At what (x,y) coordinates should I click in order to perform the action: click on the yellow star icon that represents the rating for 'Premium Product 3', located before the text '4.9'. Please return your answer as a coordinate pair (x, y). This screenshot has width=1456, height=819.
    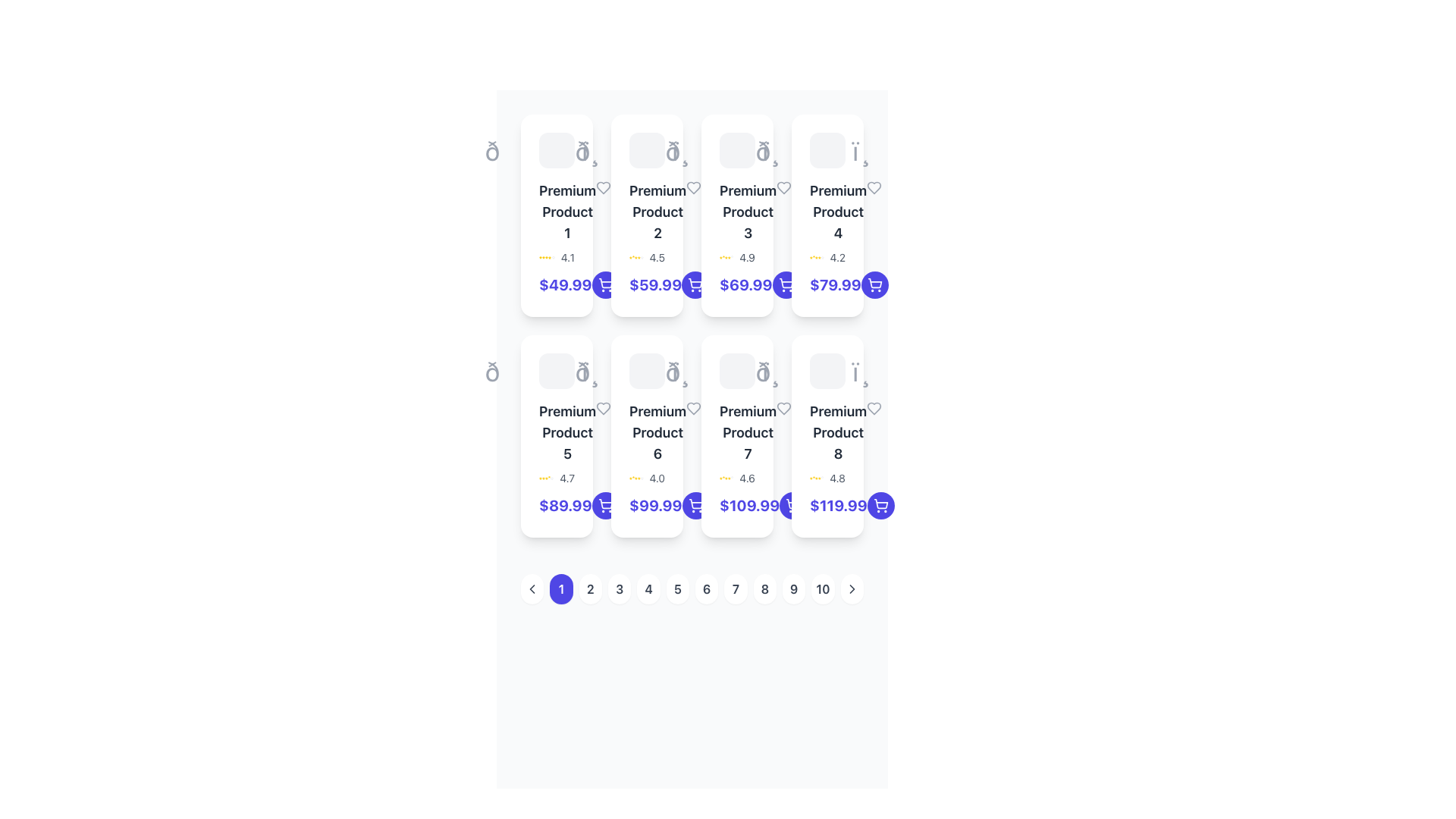
    Looking at the image, I should click on (720, 256).